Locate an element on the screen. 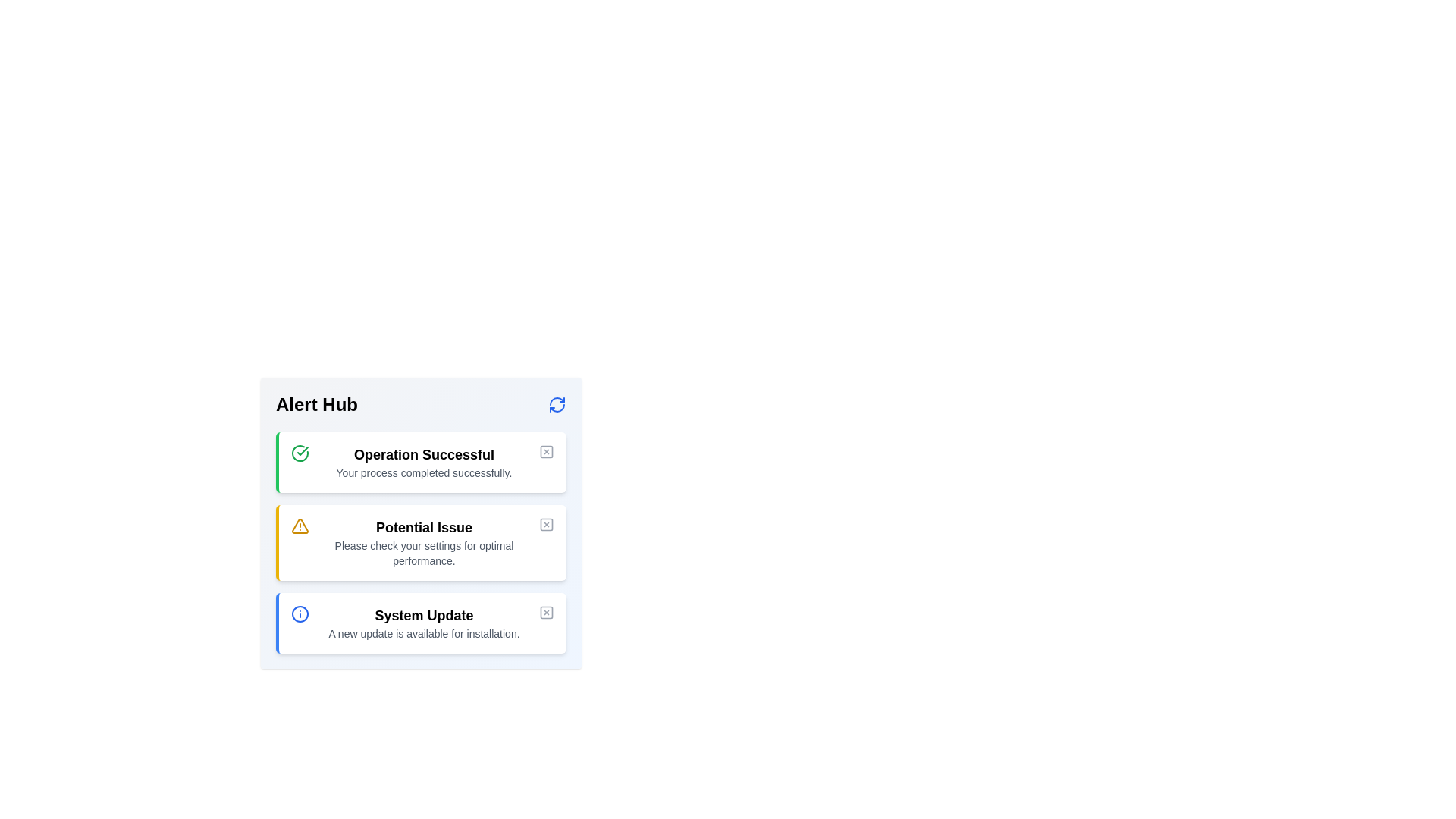 The image size is (1456, 819). the 'System Update' title text label, which is bold and larger than the descriptive text, located at the top of its notification card is located at coordinates (424, 616).